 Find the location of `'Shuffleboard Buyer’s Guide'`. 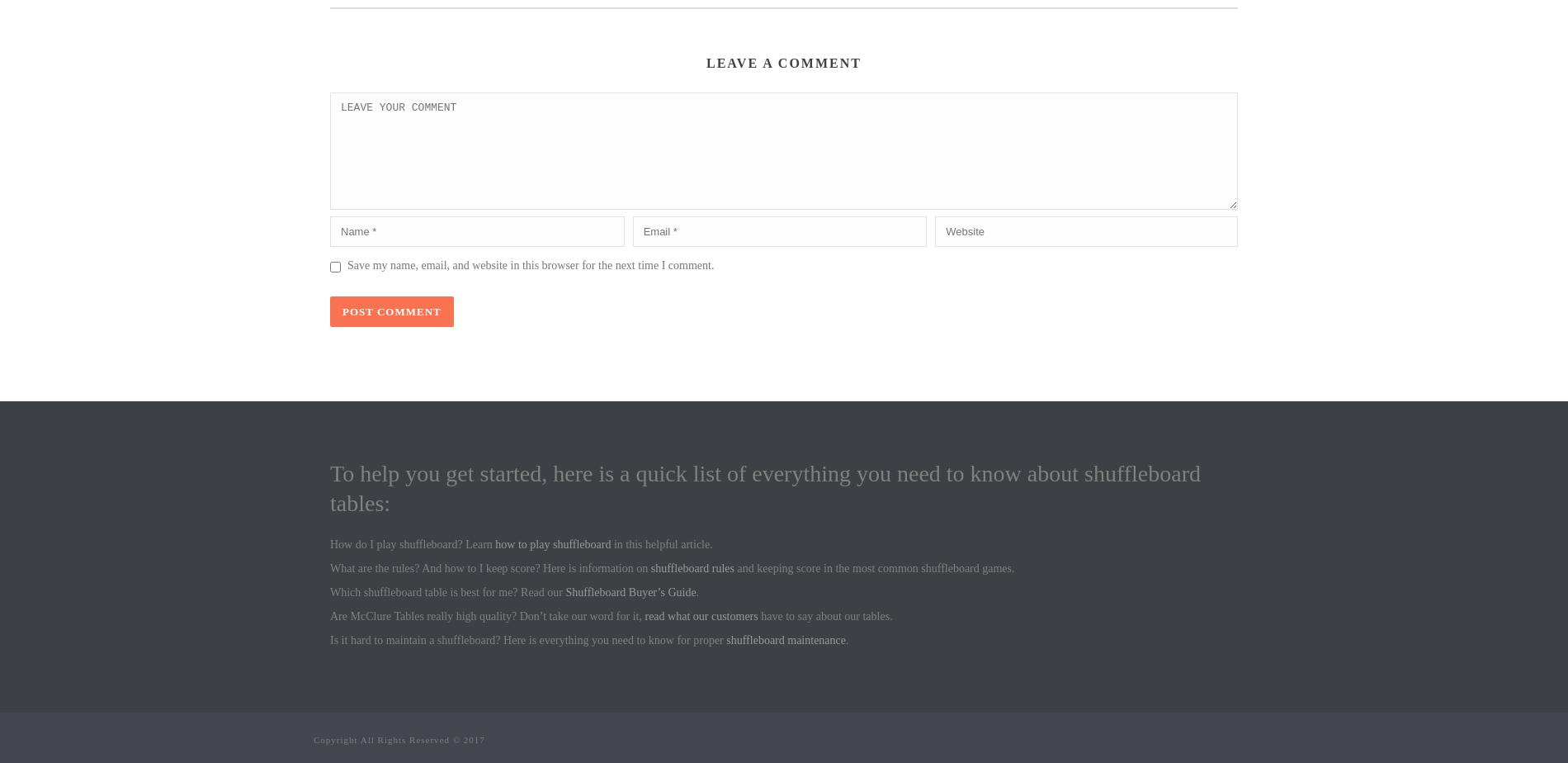

'Shuffleboard Buyer’s Guide' is located at coordinates (564, 592).